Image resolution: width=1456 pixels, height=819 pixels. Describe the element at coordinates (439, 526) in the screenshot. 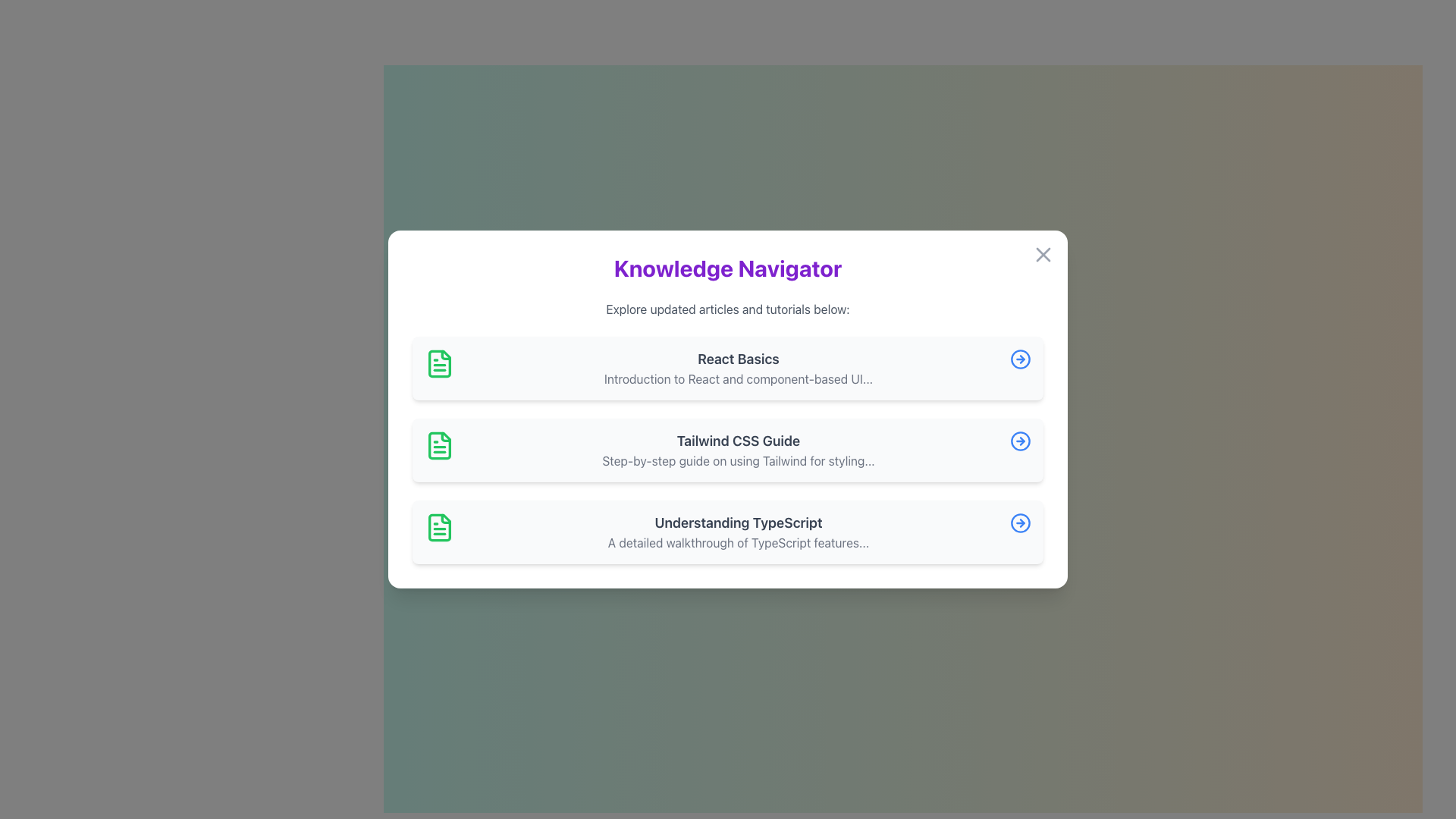

I see `the green document icon located at the bottom of a vertical list, representing the last entry in a three-item menu layout` at that location.